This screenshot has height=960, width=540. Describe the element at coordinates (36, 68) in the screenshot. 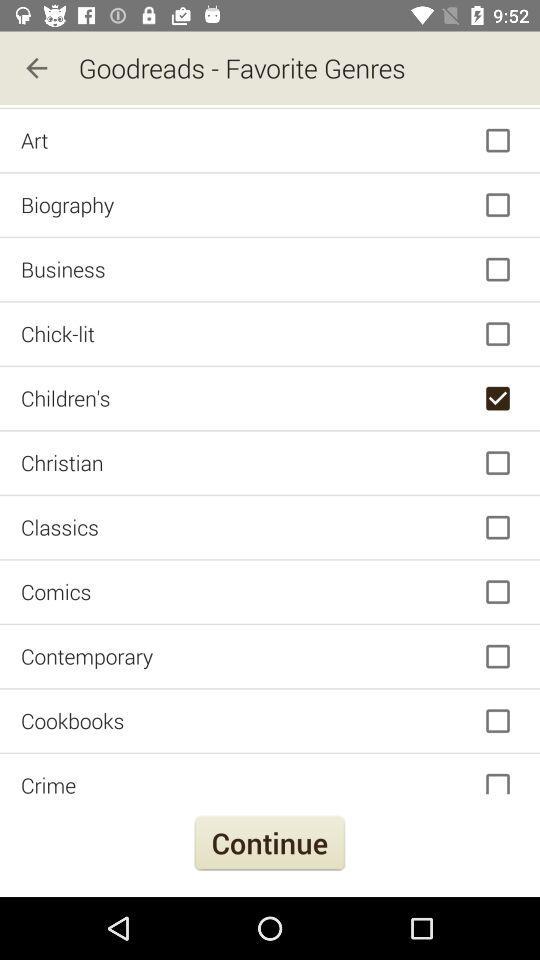

I see `the icon next to the goodreads - favorite genres` at that location.